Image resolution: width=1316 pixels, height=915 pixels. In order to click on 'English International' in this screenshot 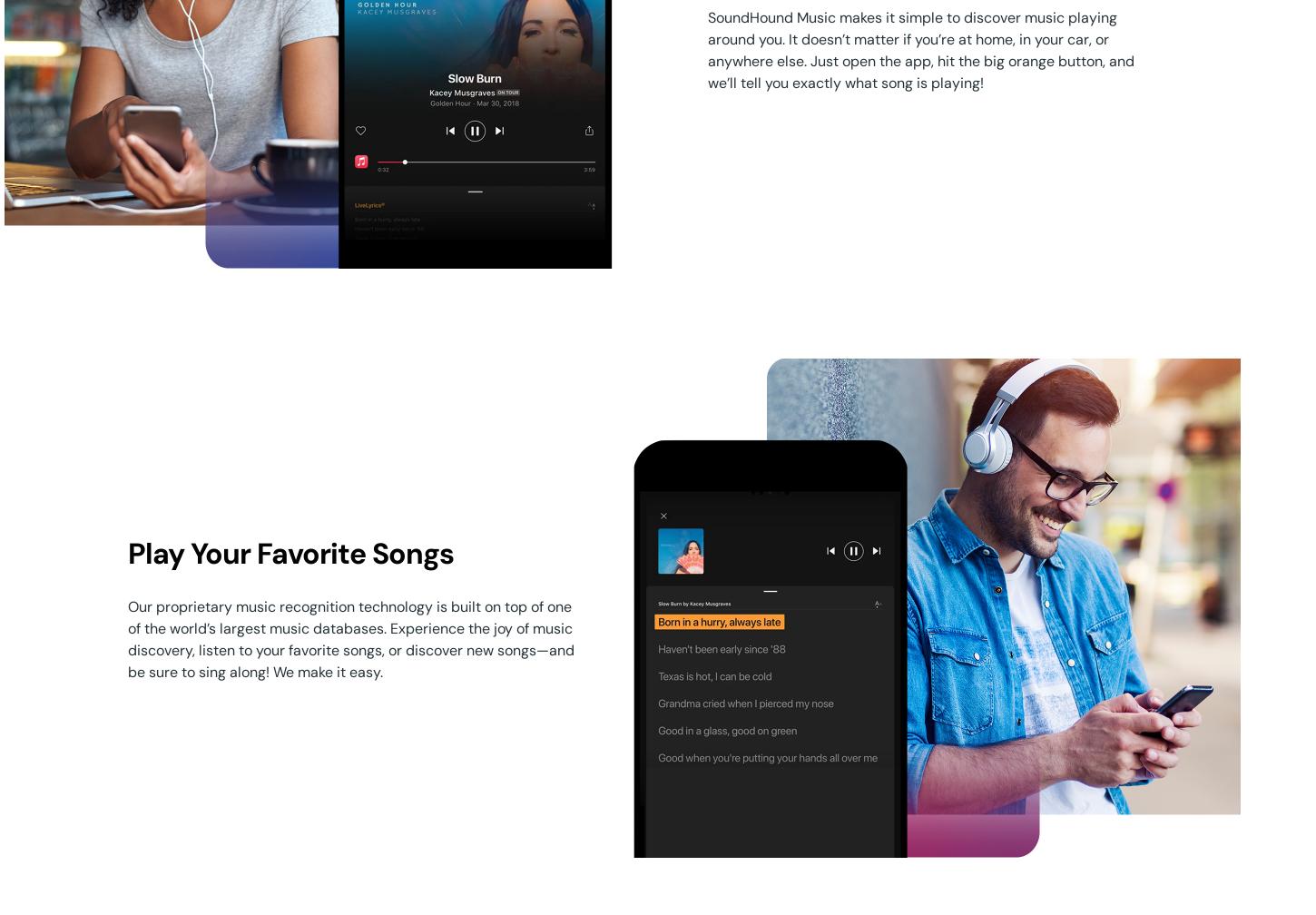, I will do `click(220, 751)`.